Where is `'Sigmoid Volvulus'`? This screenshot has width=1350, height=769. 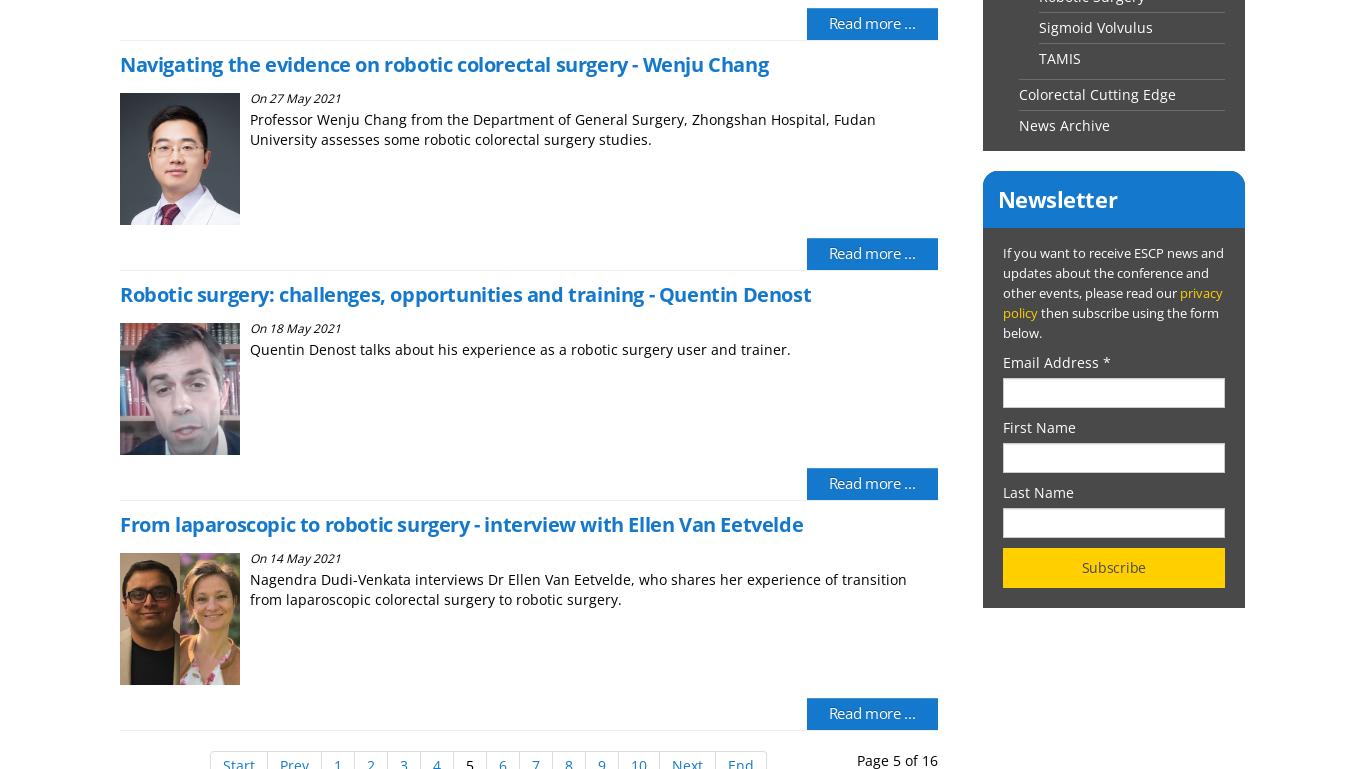
'Sigmoid Volvulus' is located at coordinates (1094, 26).